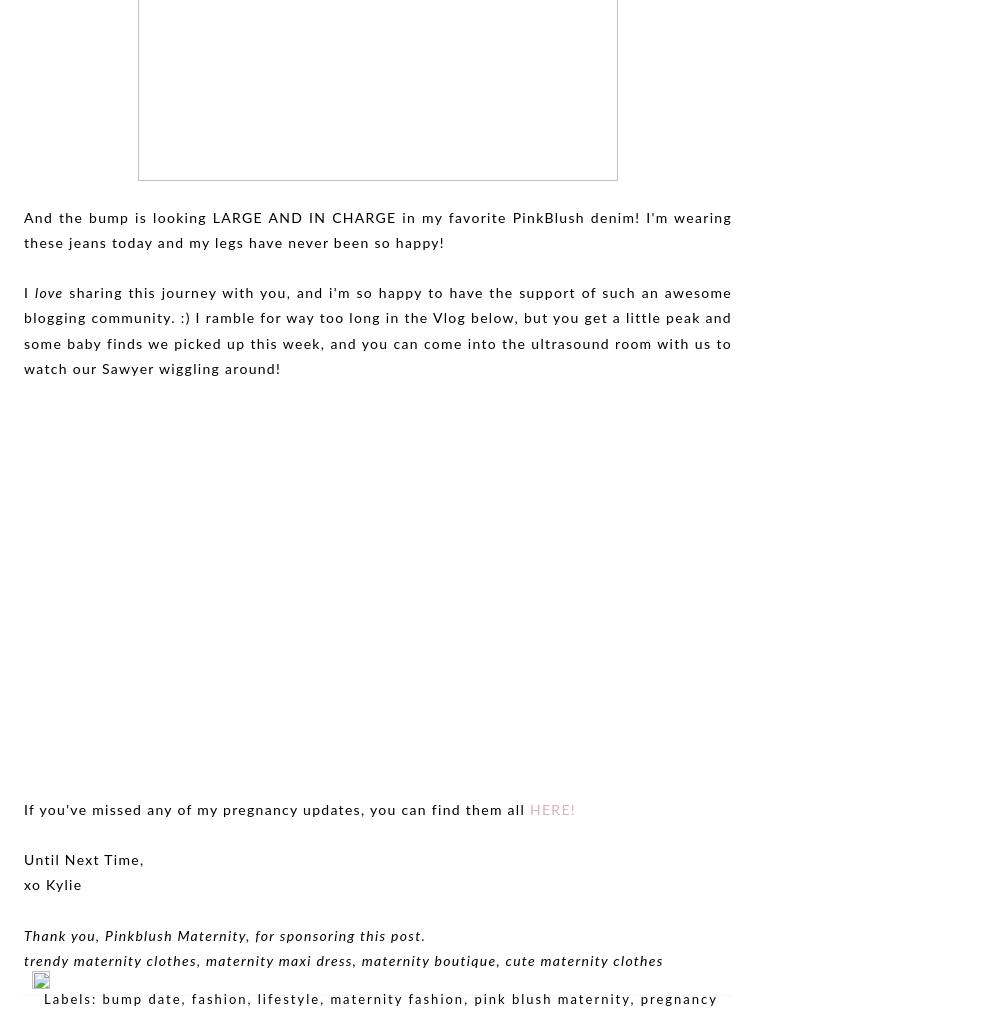  Describe the element at coordinates (23, 936) in the screenshot. I see `'Thank you, Pinkblush Maternity, for sponsoring this post.'` at that location.